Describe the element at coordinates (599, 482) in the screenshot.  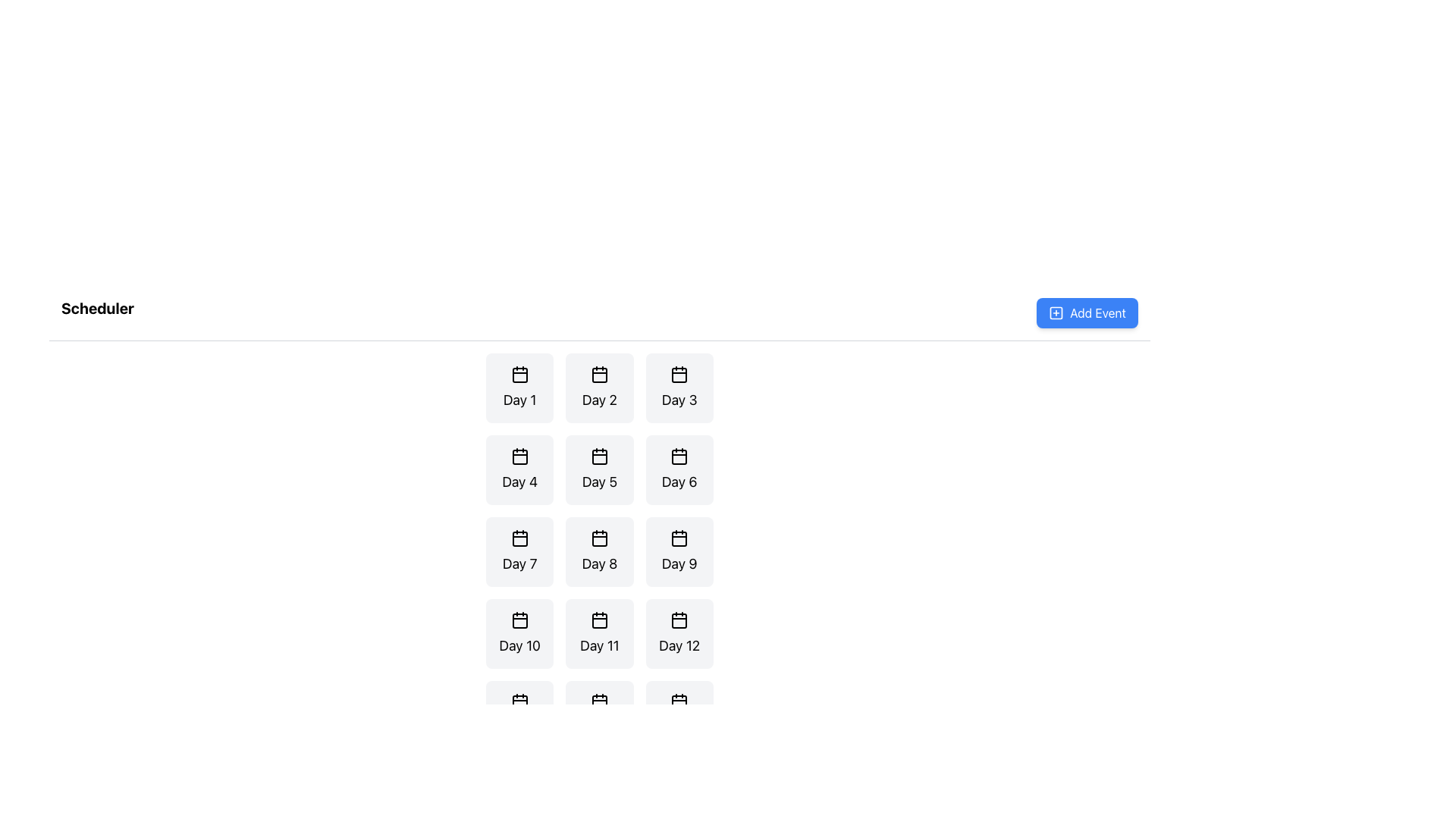
I see `the 'Day 5' text label, which is styled with a larger font size and centered alignment, located in the second column of the second row of a grid layout of buttons` at that location.